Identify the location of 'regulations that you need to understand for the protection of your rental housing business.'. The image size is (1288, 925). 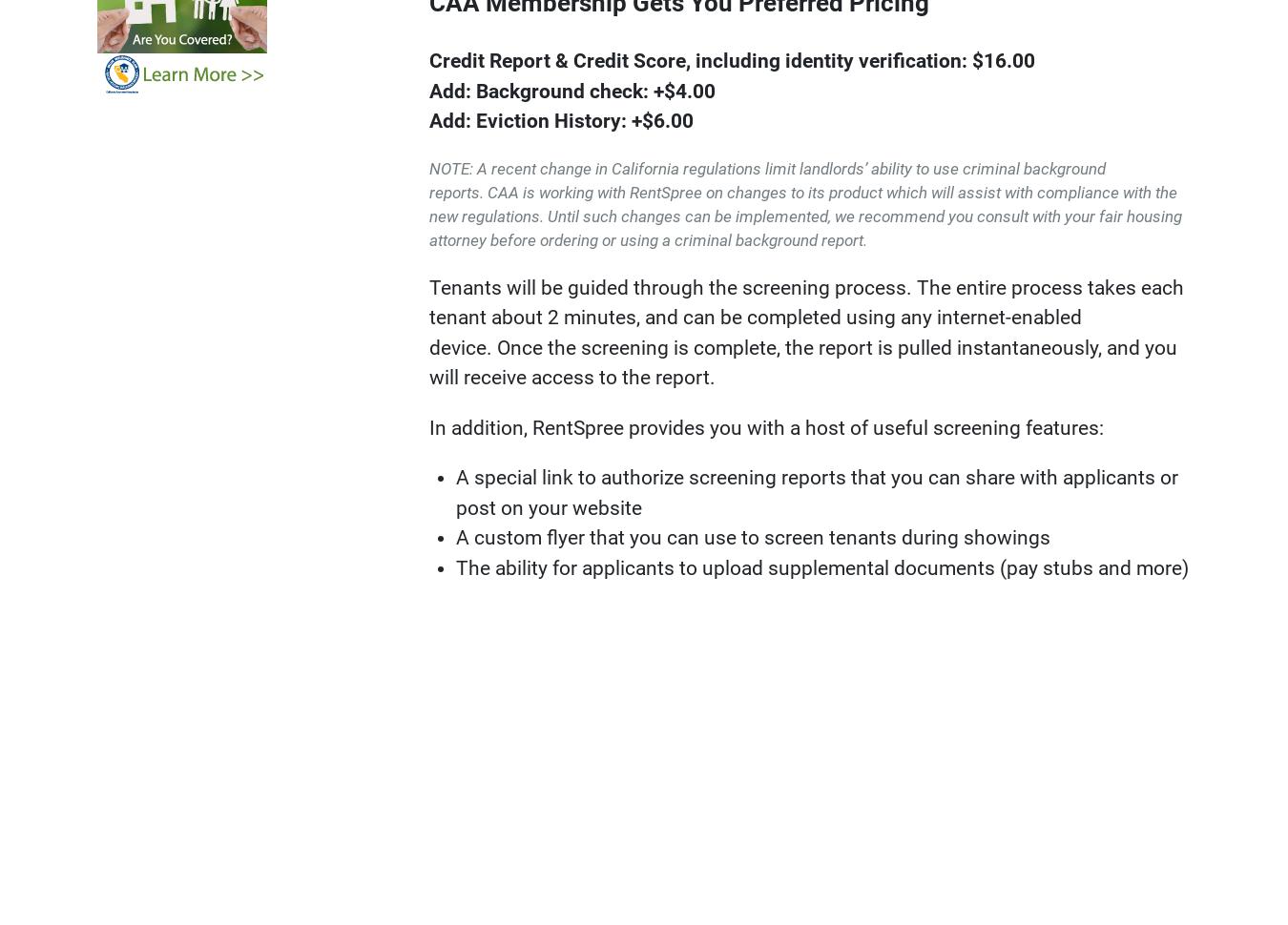
(340, 693).